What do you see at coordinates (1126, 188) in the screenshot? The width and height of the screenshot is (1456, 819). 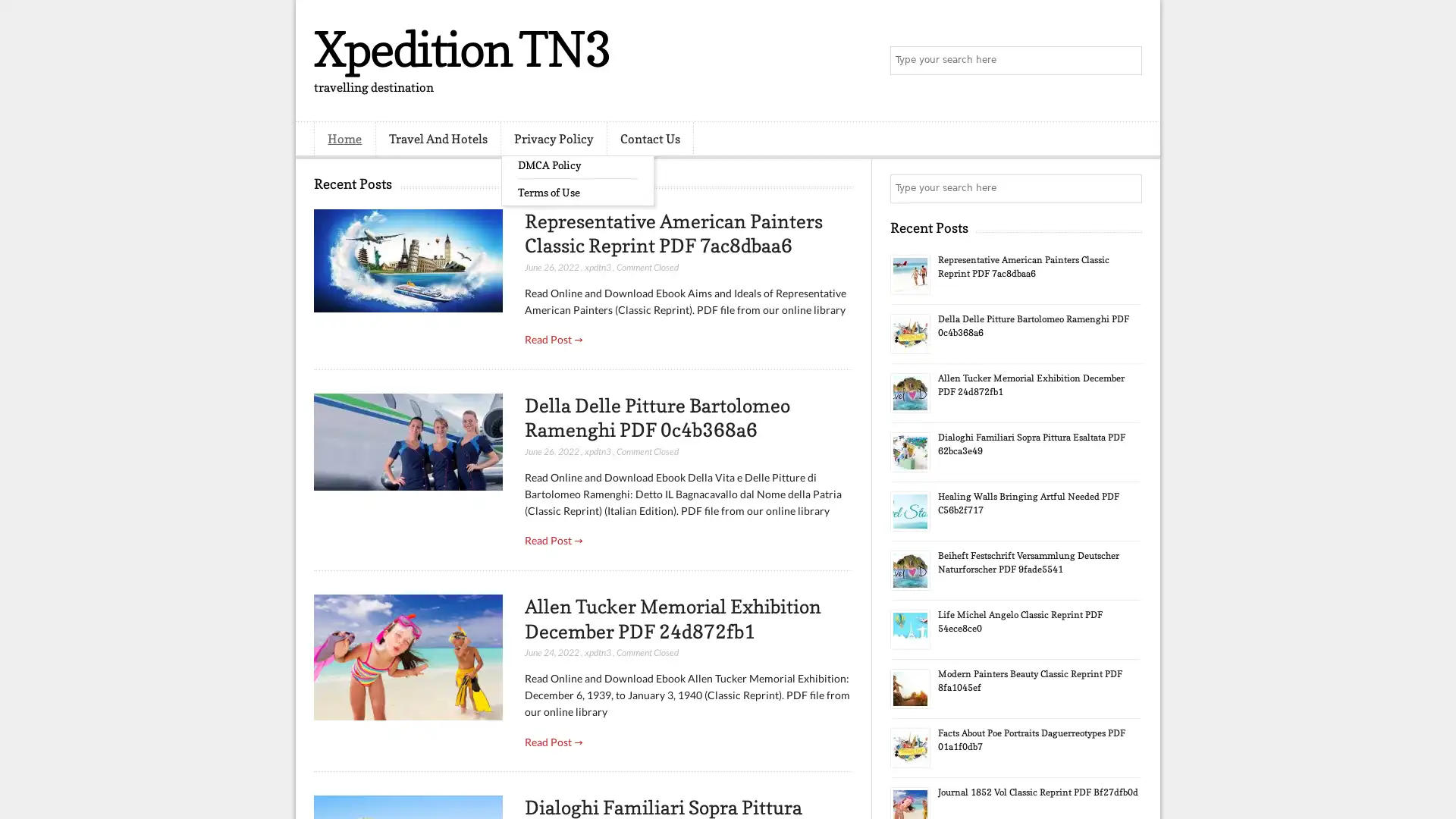 I see `Search` at bounding box center [1126, 188].